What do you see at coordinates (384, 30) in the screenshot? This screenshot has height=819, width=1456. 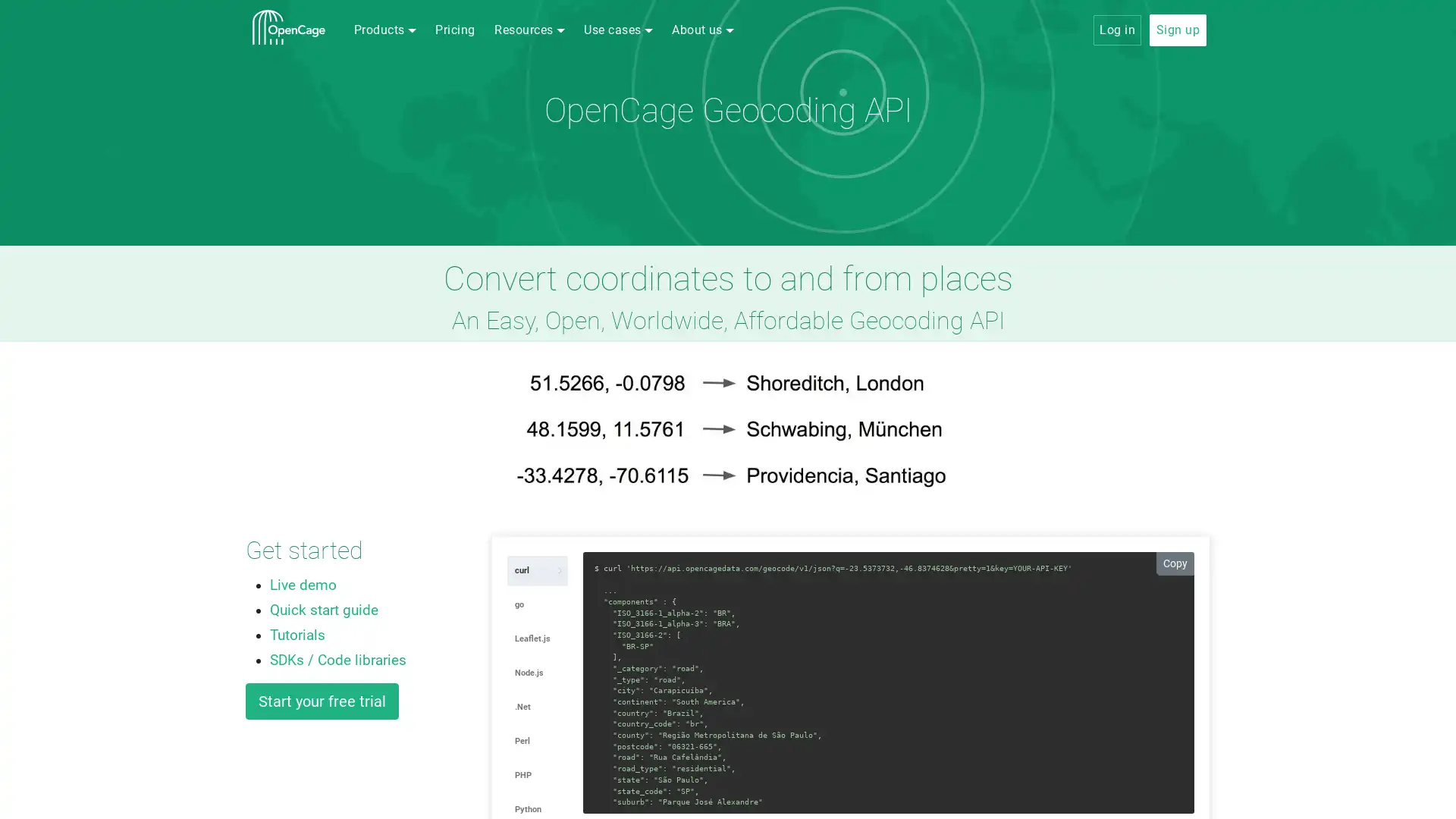 I see `Products` at bounding box center [384, 30].